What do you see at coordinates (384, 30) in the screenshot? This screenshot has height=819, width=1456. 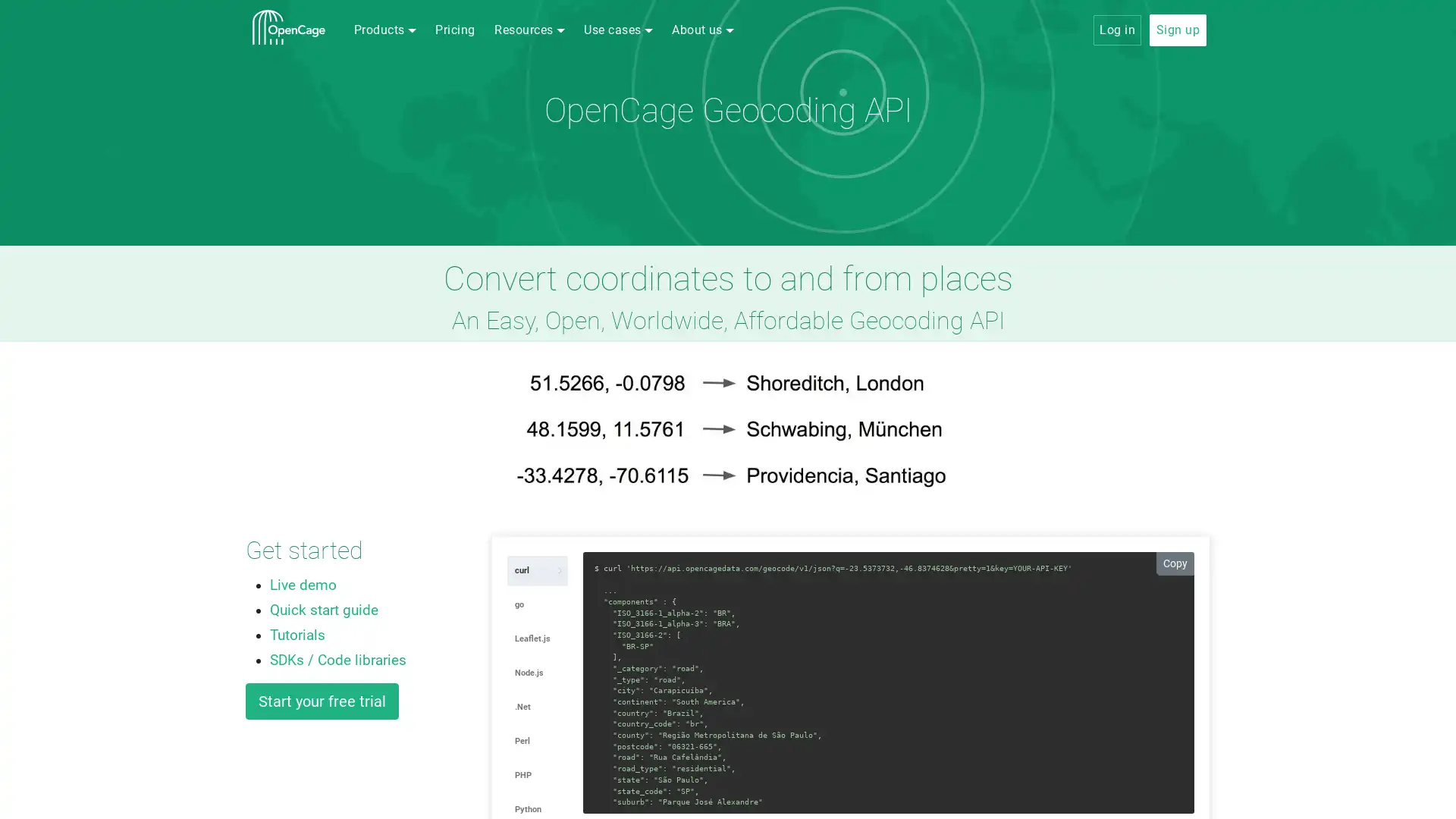 I see `Products` at bounding box center [384, 30].